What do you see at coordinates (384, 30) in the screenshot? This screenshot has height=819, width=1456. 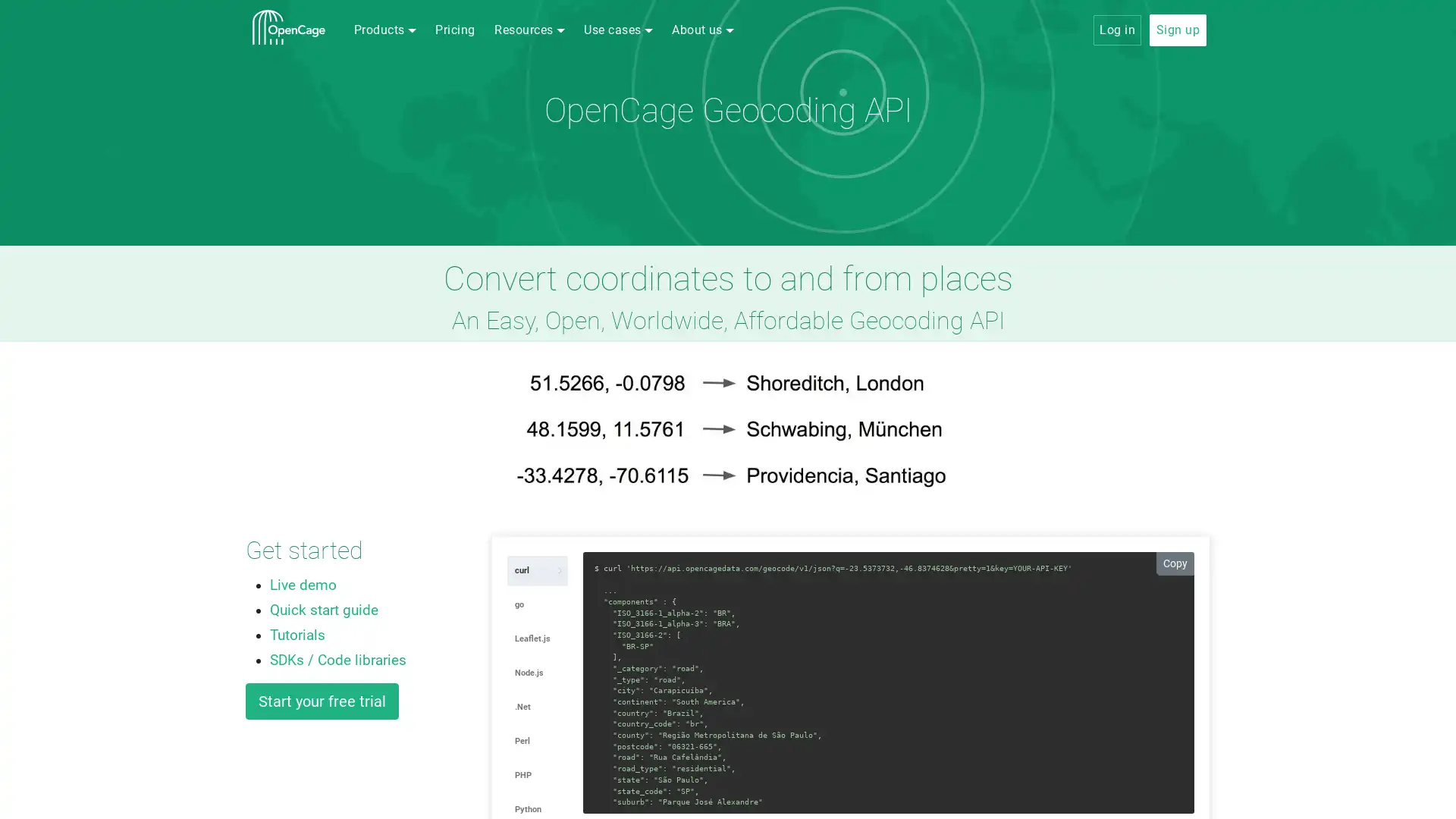 I see `Products` at bounding box center [384, 30].